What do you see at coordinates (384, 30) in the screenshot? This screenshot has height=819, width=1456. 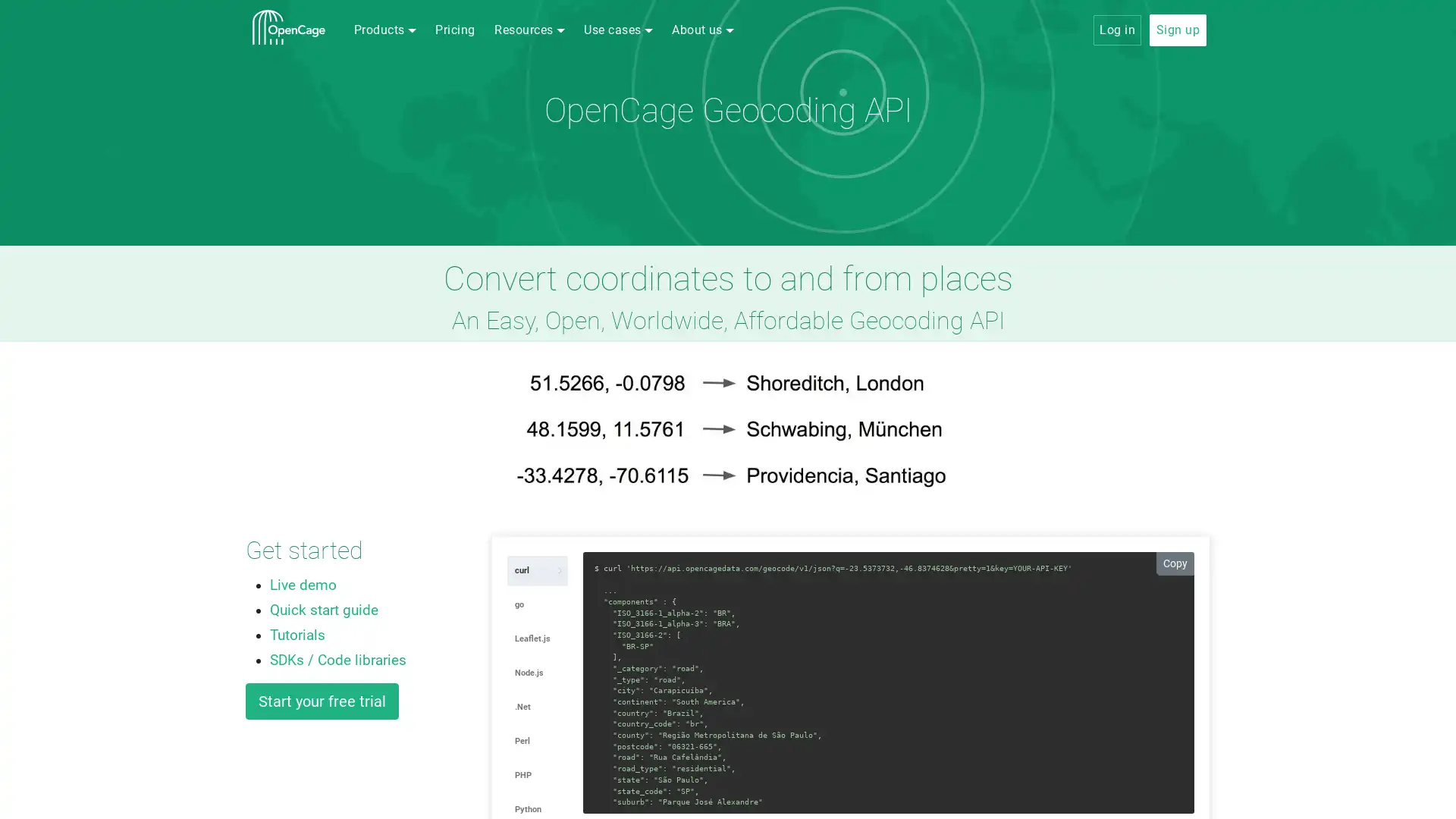 I see `Products` at bounding box center [384, 30].